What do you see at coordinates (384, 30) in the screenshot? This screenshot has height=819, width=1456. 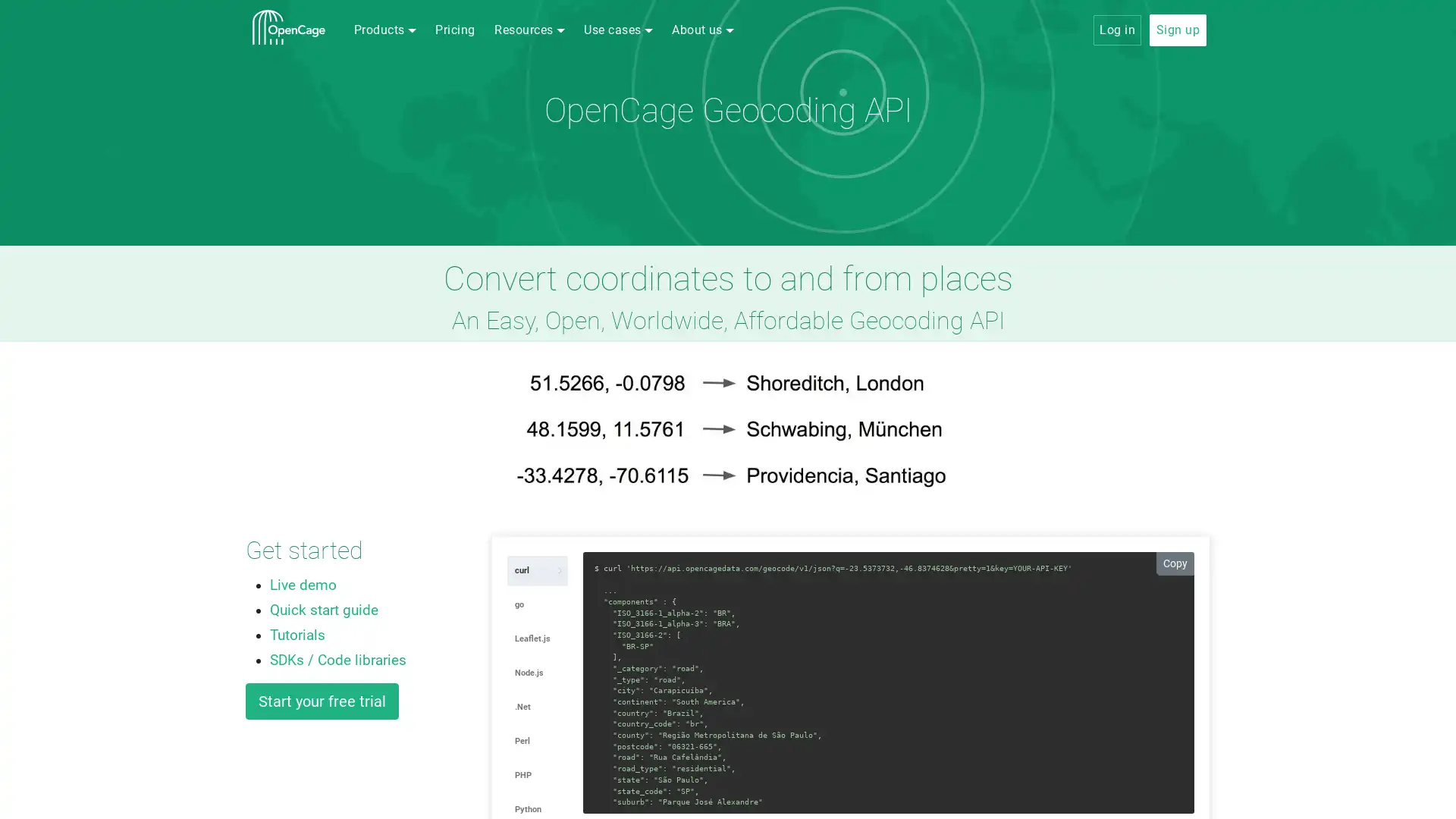 I see `Products` at bounding box center [384, 30].